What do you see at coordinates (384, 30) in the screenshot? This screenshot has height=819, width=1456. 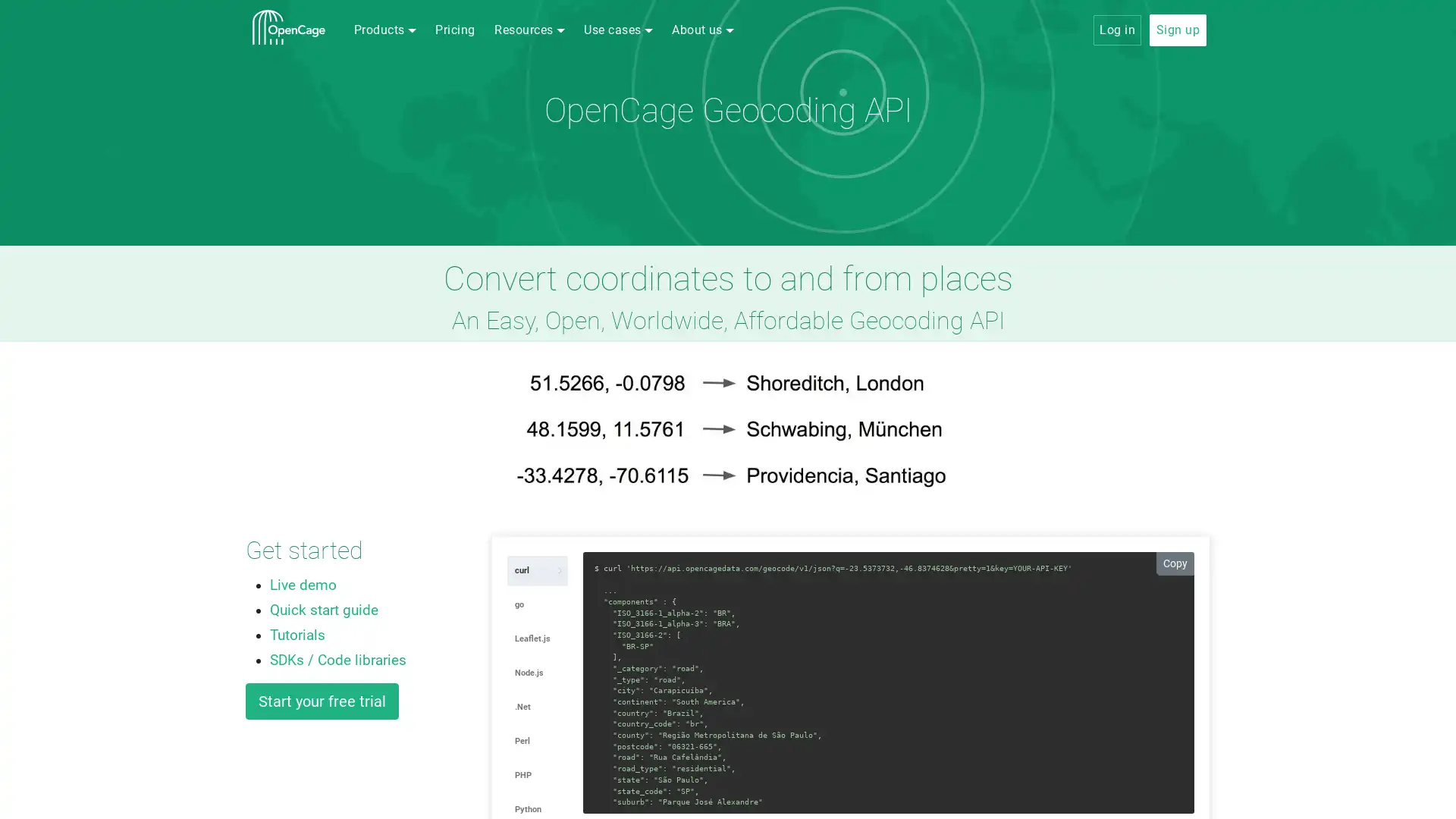 I see `Products` at bounding box center [384, 30].